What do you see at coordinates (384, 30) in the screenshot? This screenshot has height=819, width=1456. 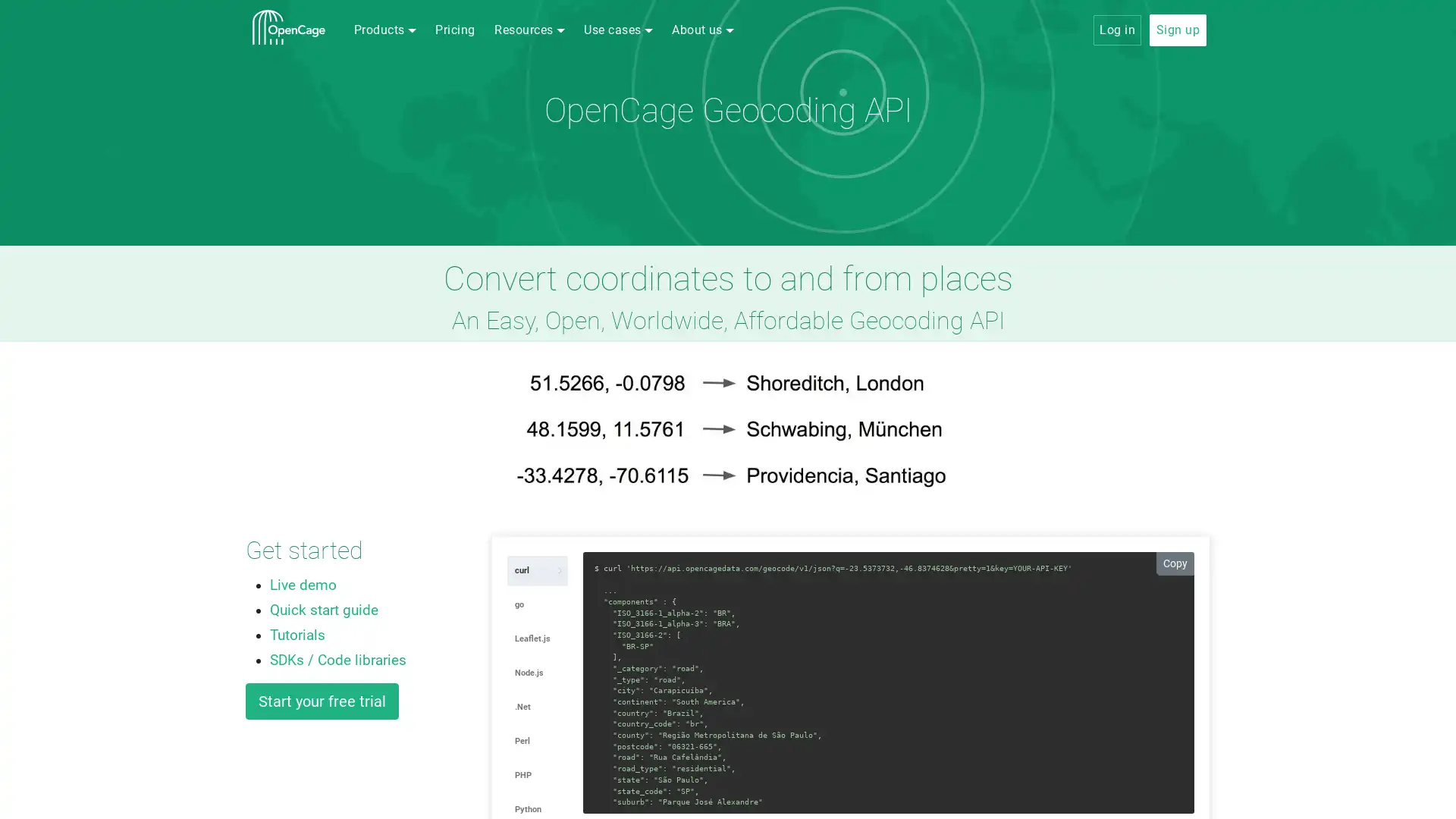 I see `Products` at bounding box center [384, 30].